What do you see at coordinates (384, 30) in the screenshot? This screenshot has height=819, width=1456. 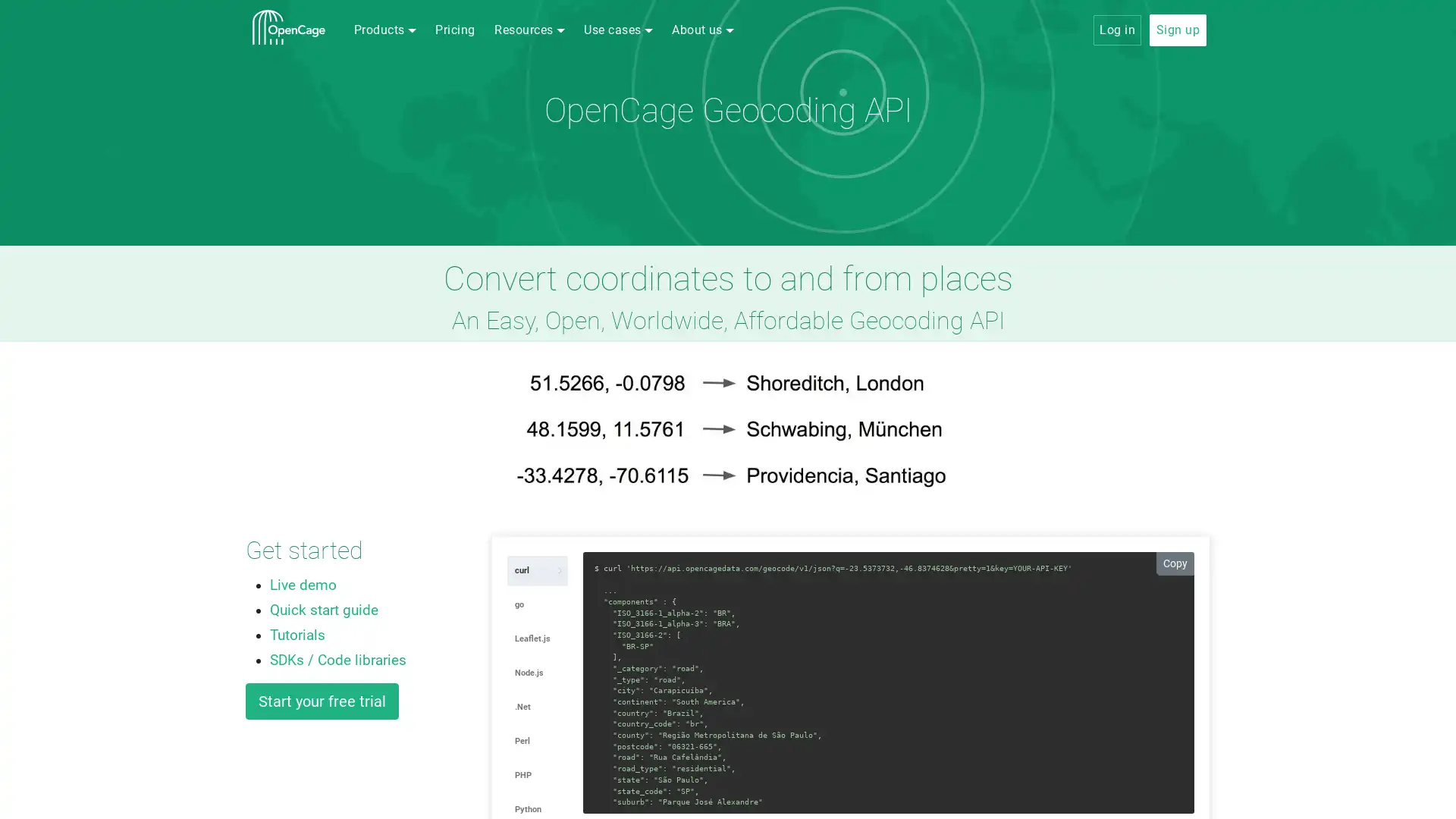 I see `Products` at bounding box center [384, 30].